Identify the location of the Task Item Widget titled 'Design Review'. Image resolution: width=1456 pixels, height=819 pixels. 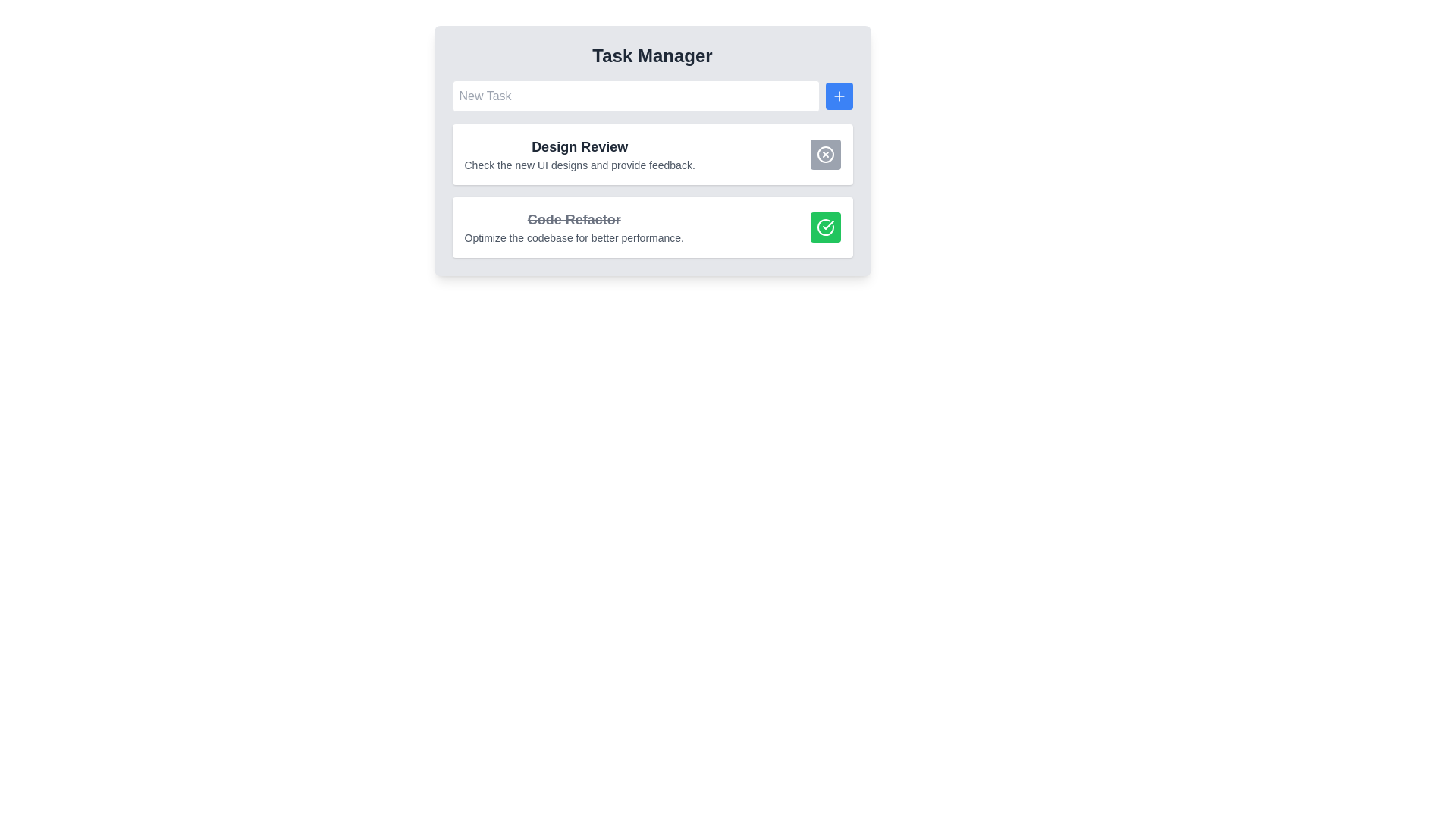
(652, 151).